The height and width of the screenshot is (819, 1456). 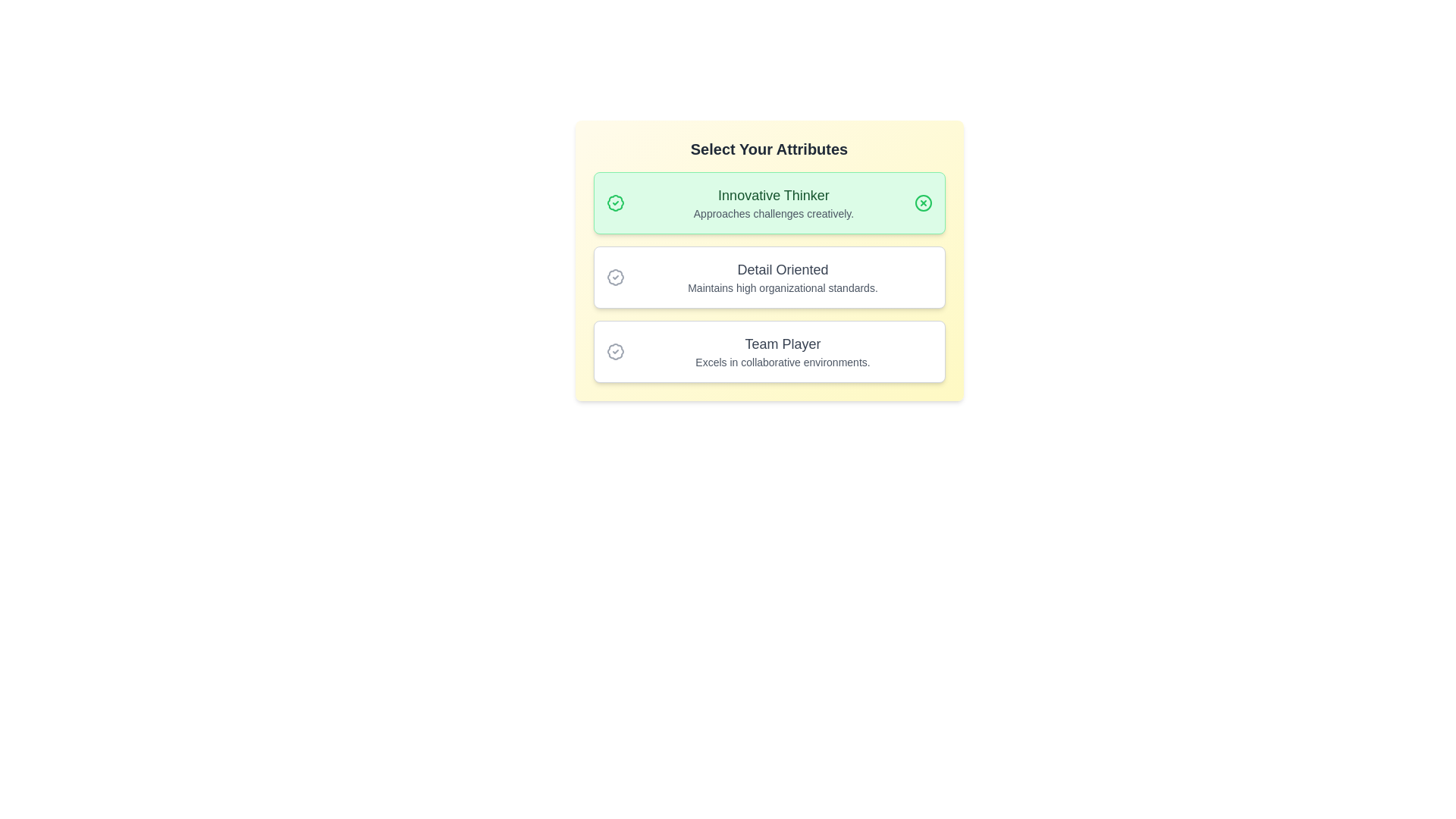 I want to click on the badge Detail Oriented, so click(x=769, y=278).